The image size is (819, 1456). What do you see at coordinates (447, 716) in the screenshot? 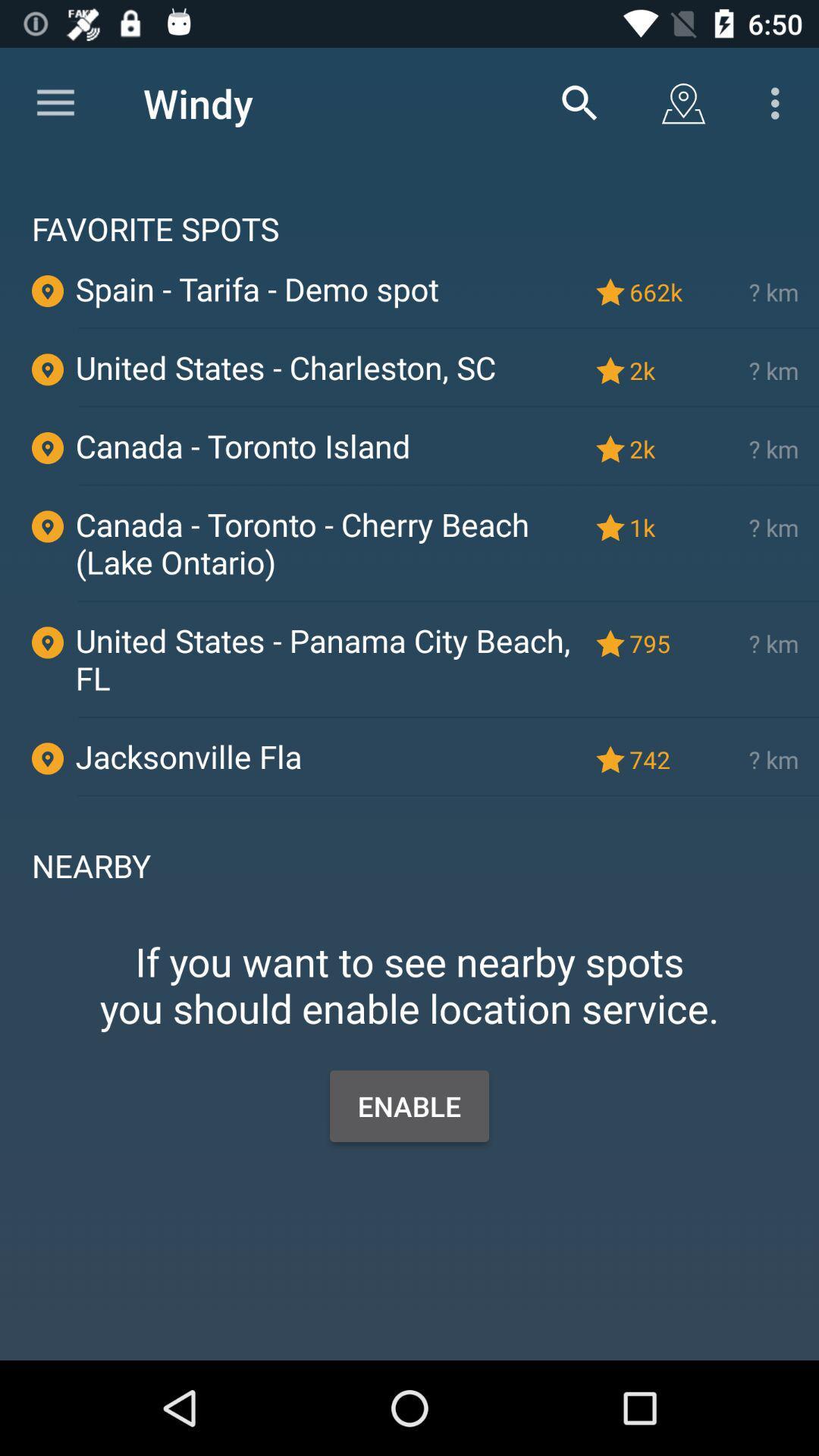
I see `icon above the jacksonville fla icon` at bounding box center [447, 716].